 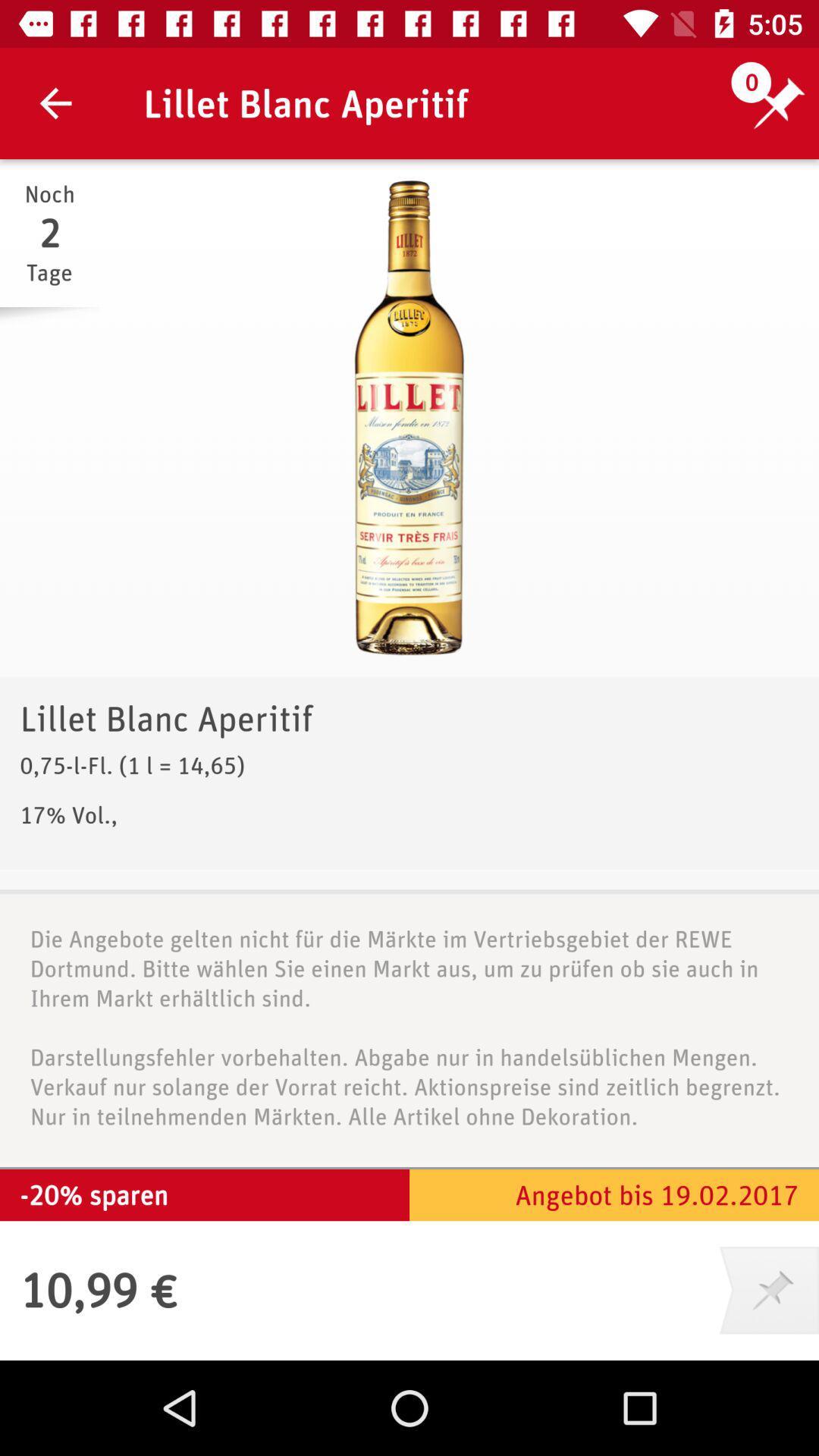 What do you see at coordinates (409, 418) in the screenshot?
I see `icon above lillet blanc aperitif icon` at bounding box center [409, 418].